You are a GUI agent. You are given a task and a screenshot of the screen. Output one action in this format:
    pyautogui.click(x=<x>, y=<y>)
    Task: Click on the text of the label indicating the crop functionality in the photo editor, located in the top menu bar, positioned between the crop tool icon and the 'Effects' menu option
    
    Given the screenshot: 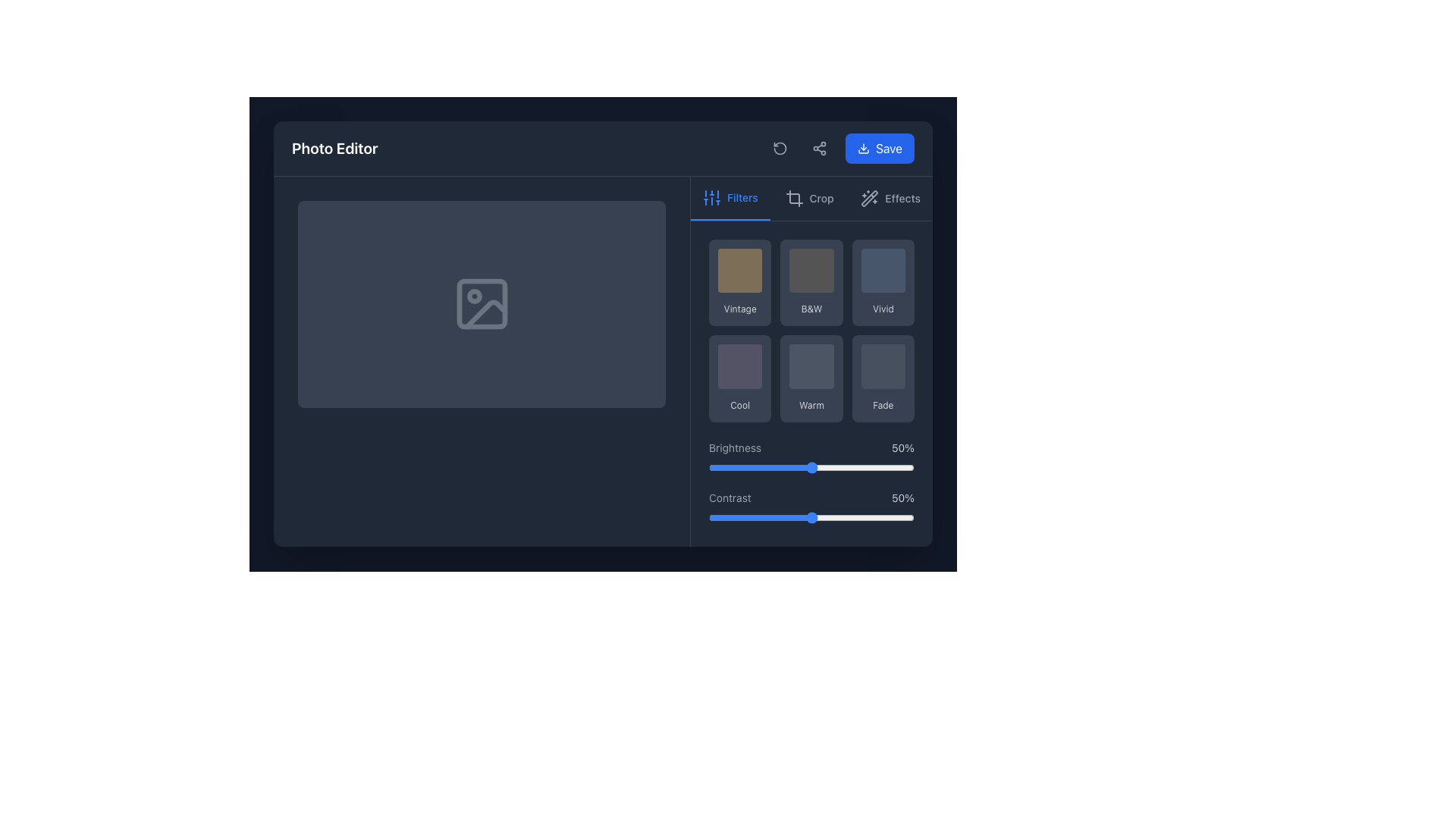 What is the action you would take?
    pyautogui.click(x=821, y=198)
    